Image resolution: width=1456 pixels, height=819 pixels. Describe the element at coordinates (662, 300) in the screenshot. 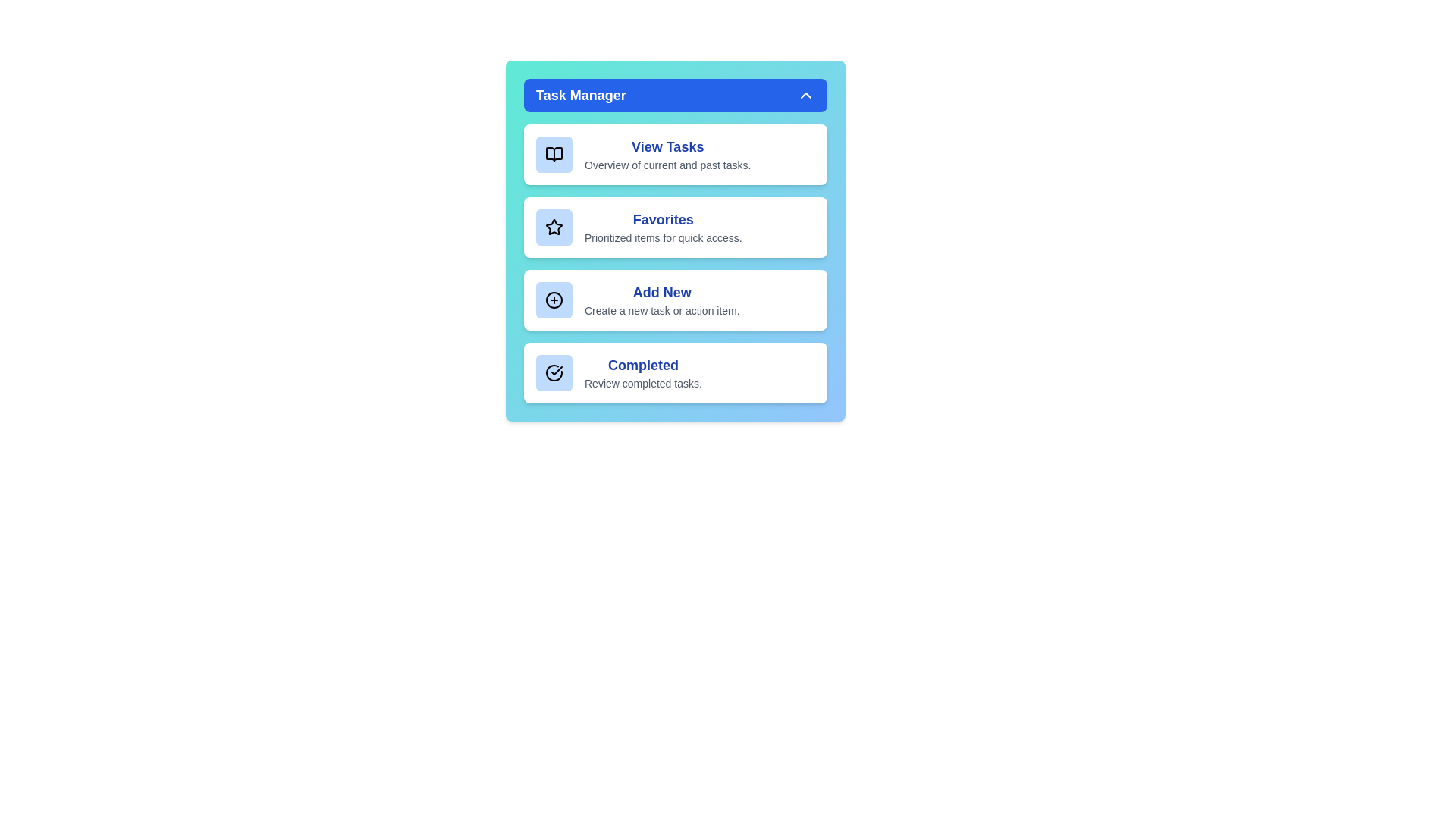

I see `the 'Add New' option to create a new task` at that location.